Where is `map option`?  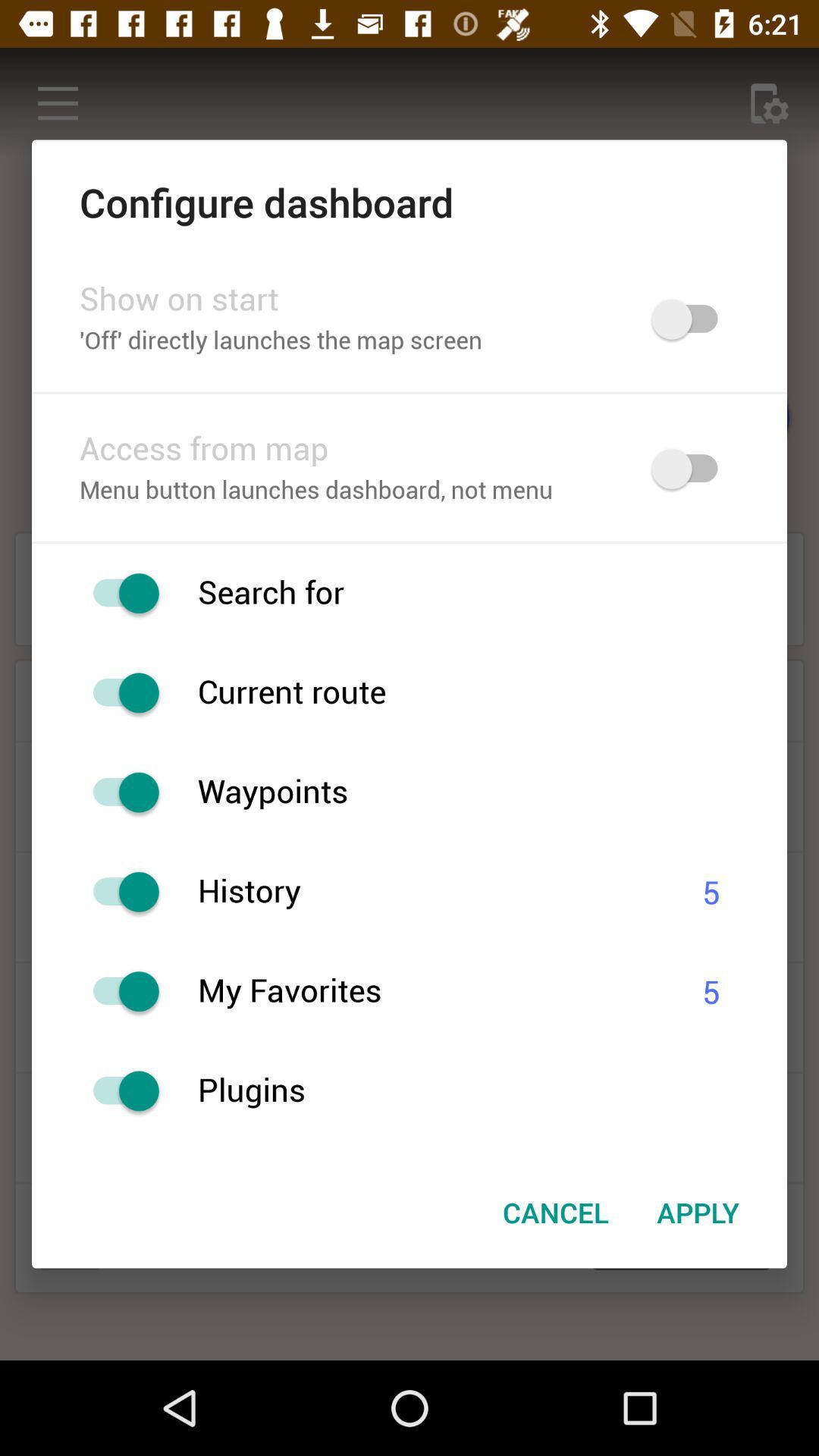
map option is located at coordinates (692, 468).